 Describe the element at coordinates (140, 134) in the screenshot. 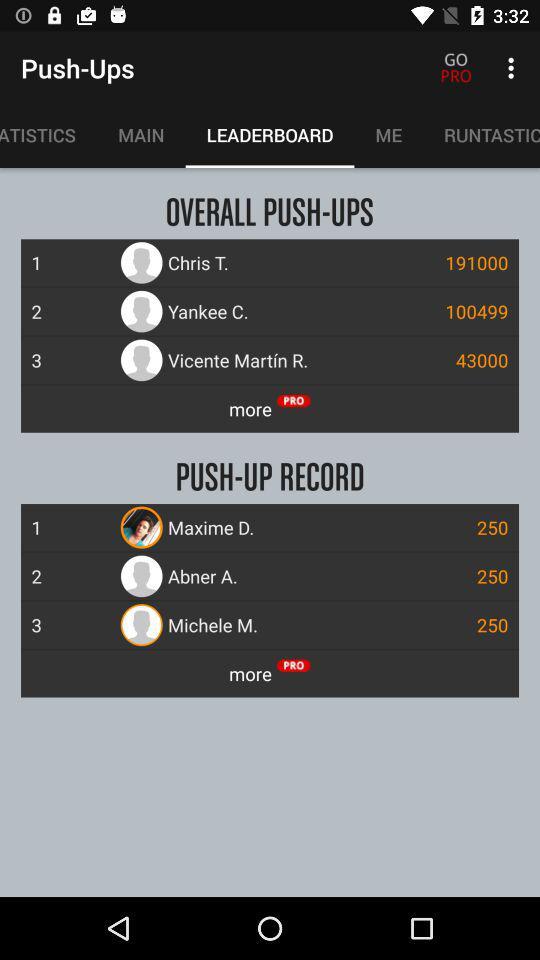

I see `the item to the left of the leaderboard item` at that location.